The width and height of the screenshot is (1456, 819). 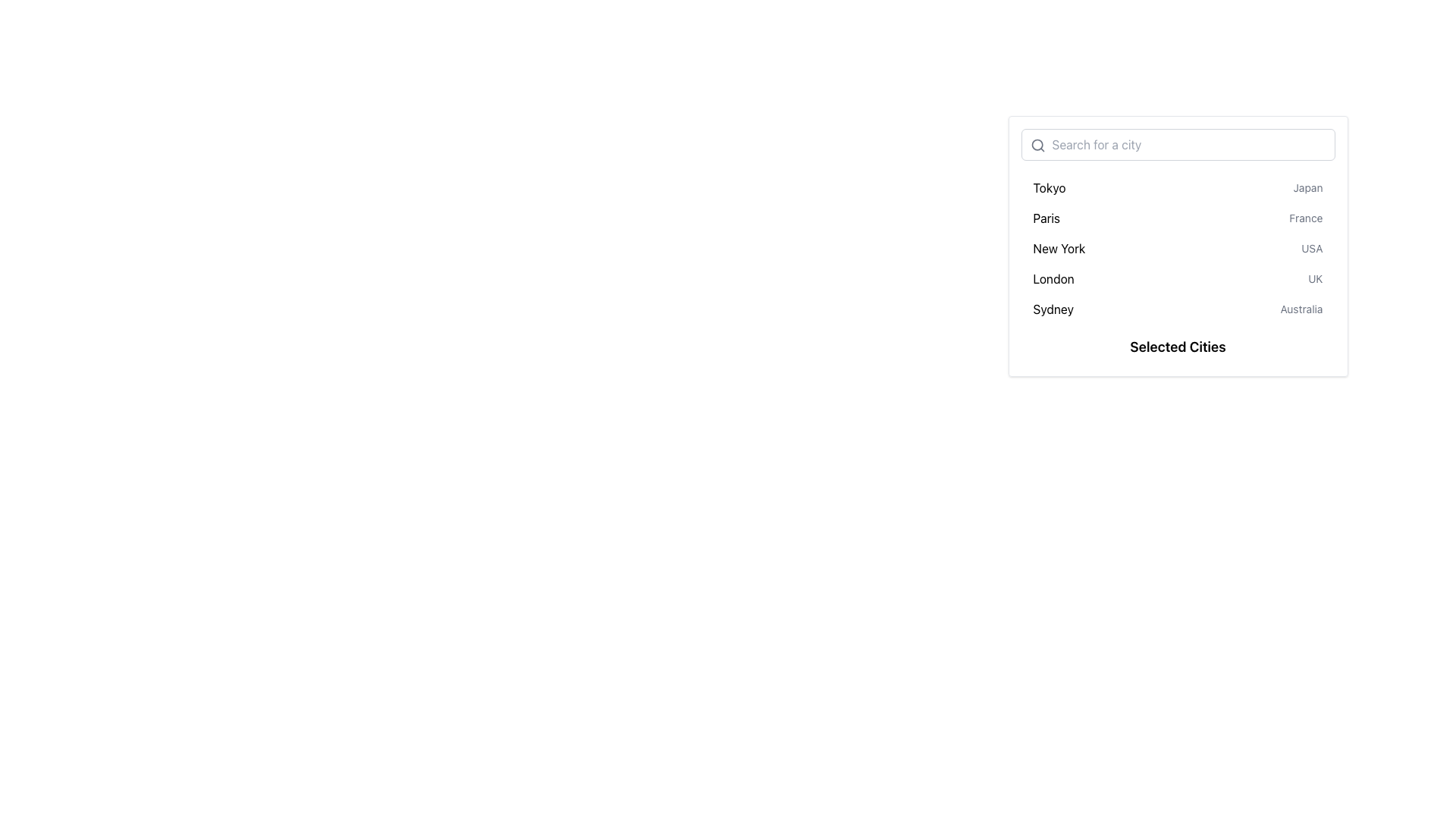 What do you see at coordinates (1037, 146) in the screenshot?
I see `the gray magnifying glass icon located at the top-left corner of the search input field, which is styled in a minimal outline design and matches the placeholder text styling` at bounding box center [1037, 146].